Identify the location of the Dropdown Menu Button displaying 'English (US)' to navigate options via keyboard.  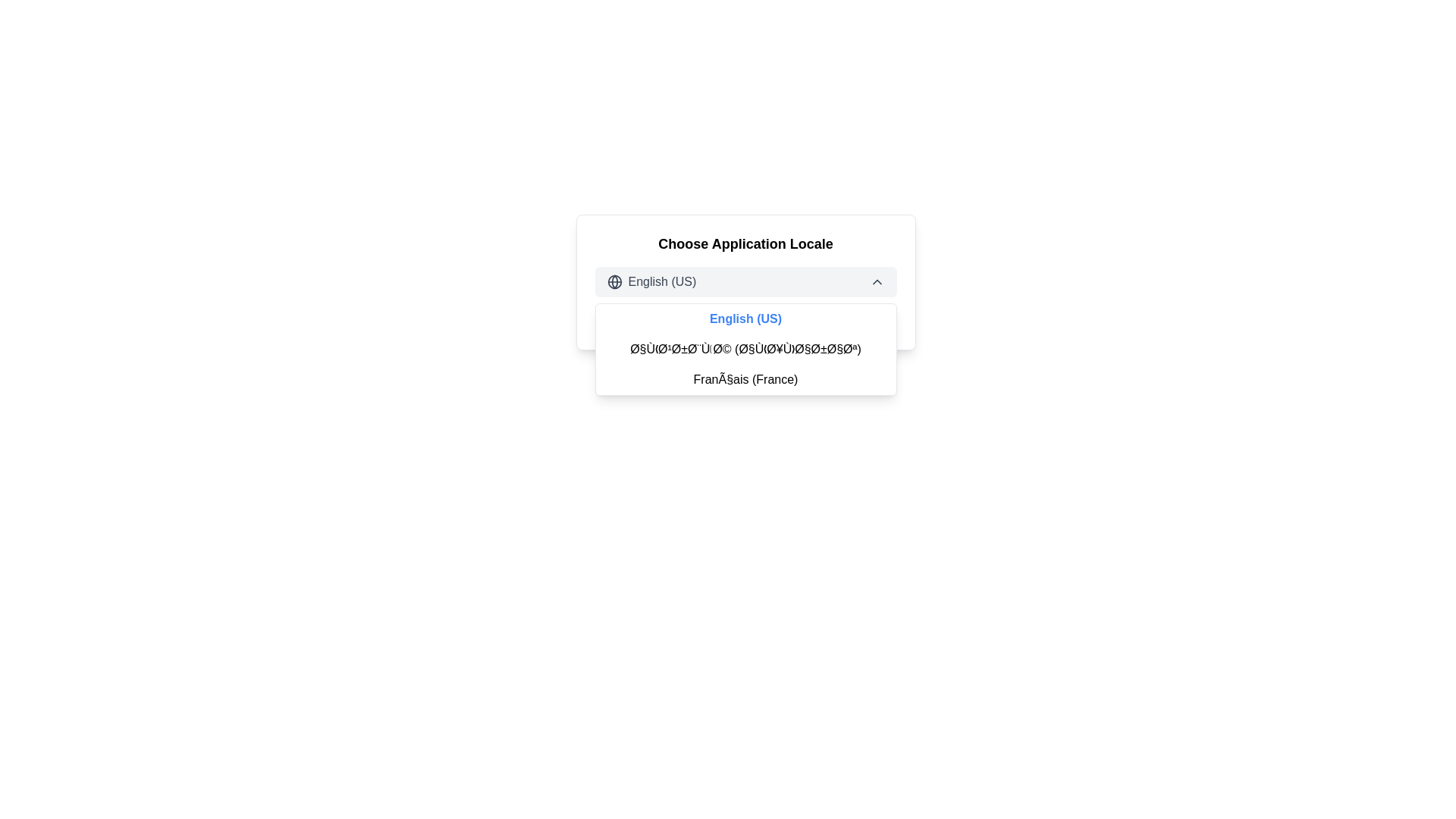
(745, 281).